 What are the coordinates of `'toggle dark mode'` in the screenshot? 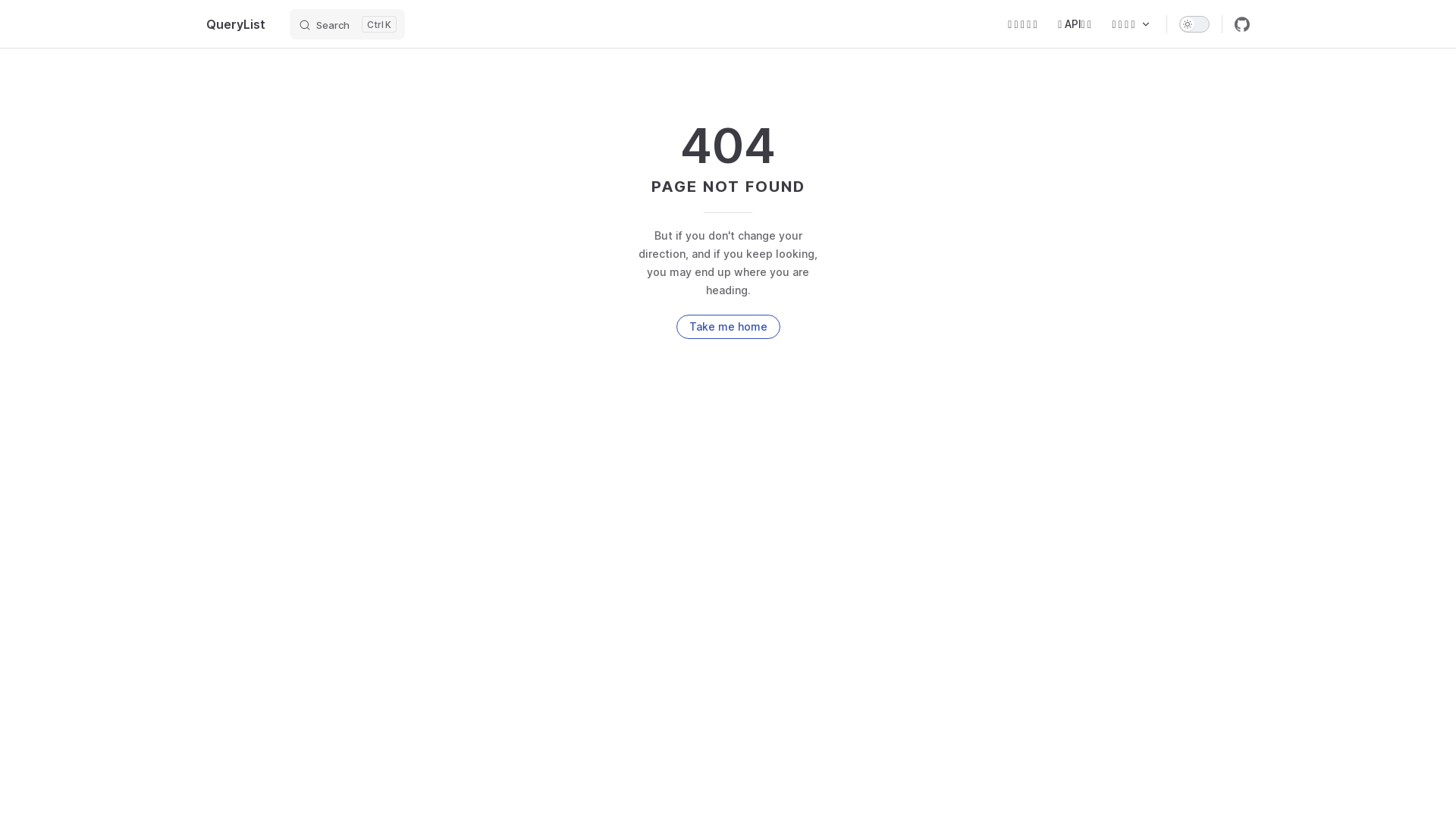 It's located at (1193, 23).